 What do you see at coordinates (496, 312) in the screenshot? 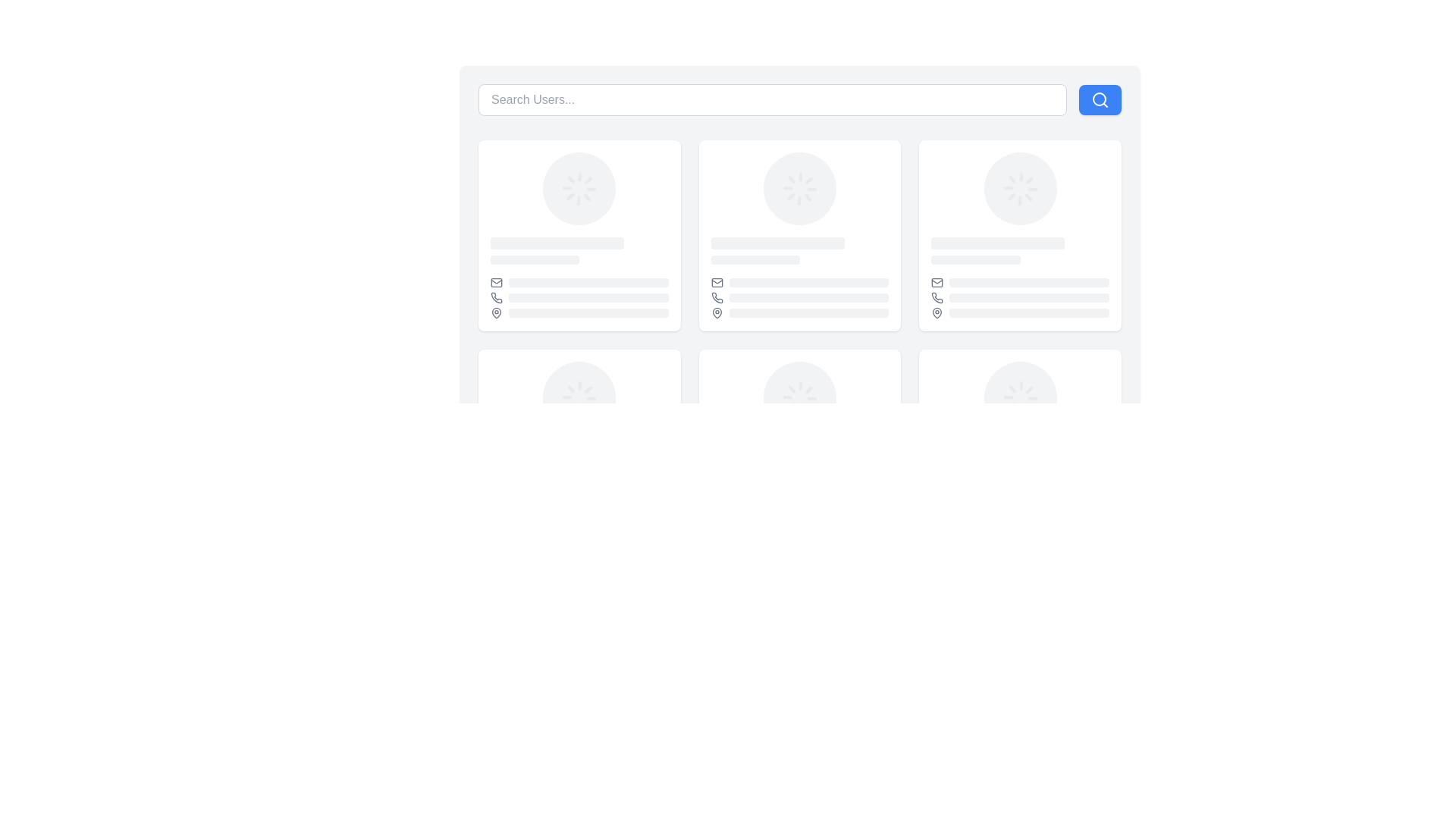
I see `the map pin icon located in the bottom-left corner of a card layout` at bounding box center [496, 312].